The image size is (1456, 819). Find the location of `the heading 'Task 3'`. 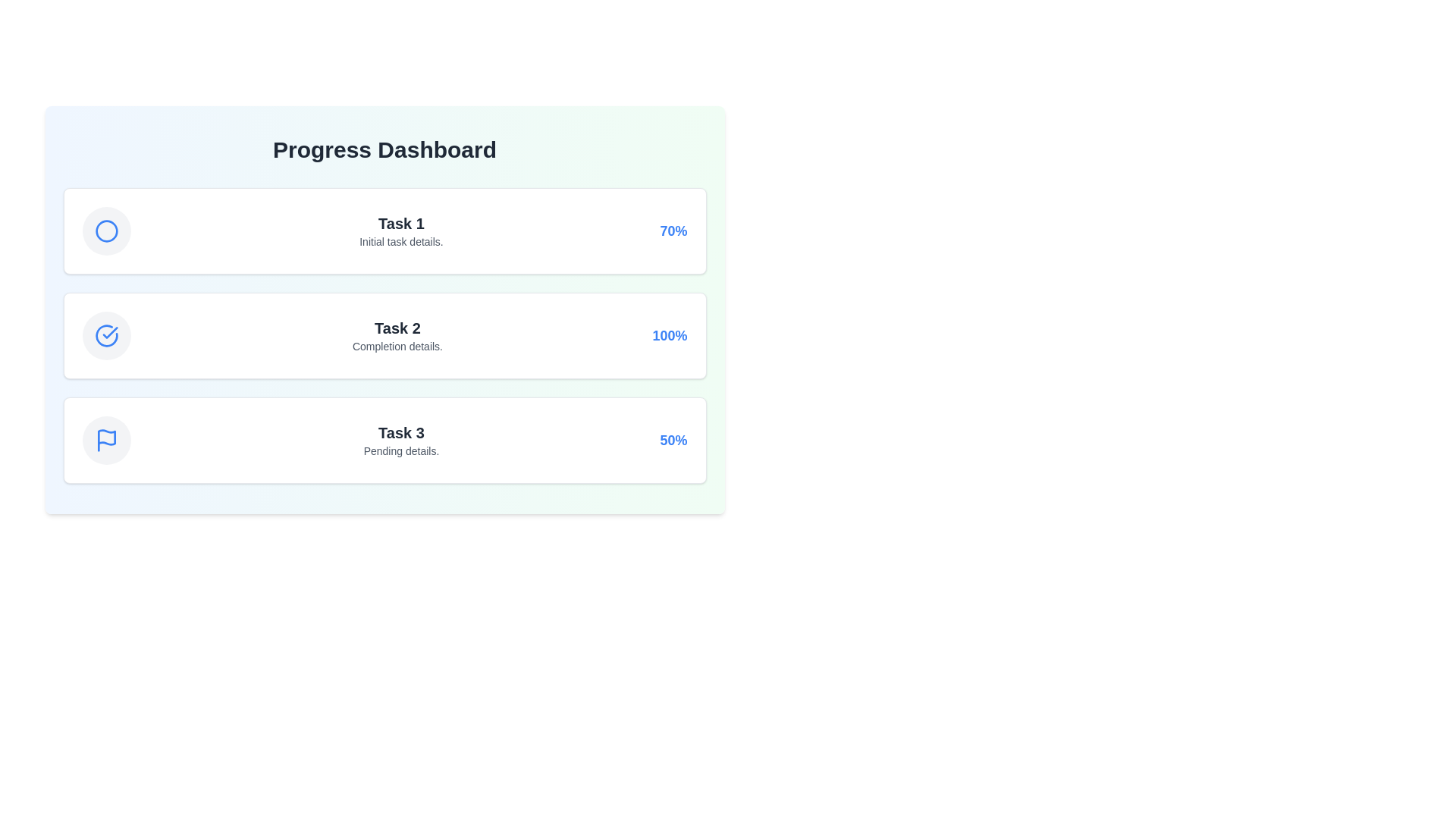

the heading 'Task 3' is located at coordinates (401, 432).